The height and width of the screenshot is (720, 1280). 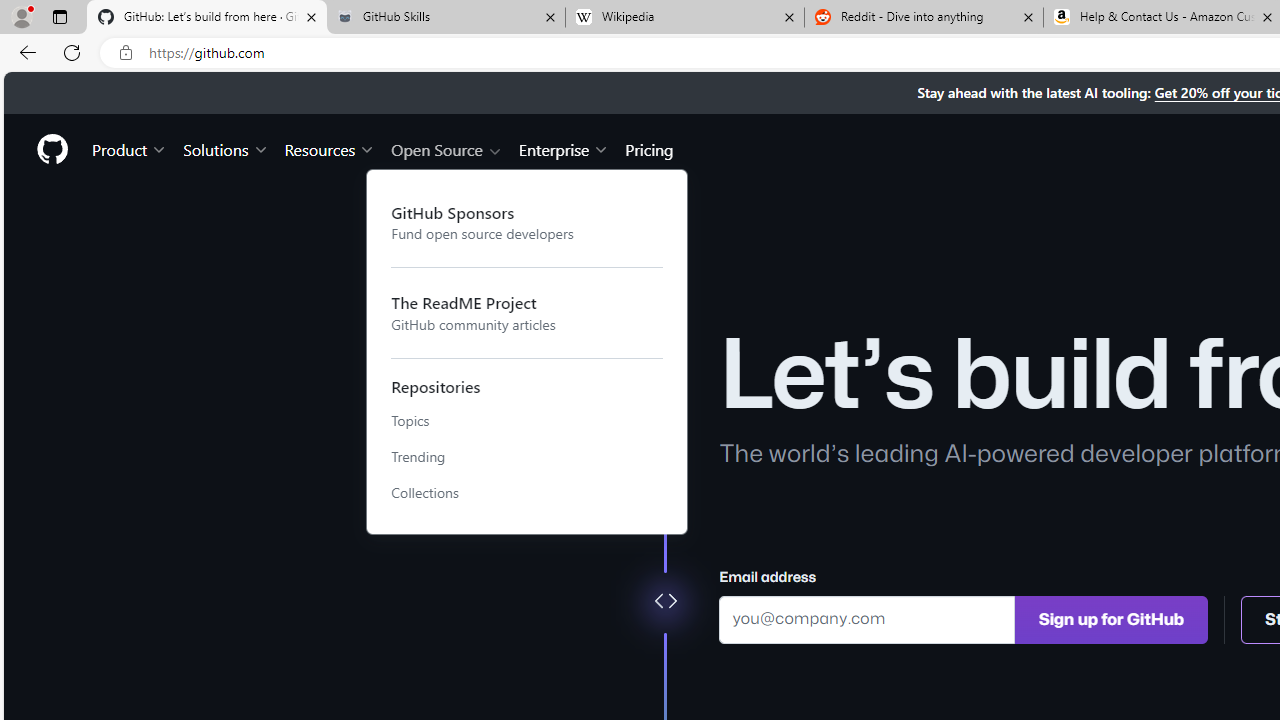 I want to click on 'Homepage', so click(x=51, y=148).